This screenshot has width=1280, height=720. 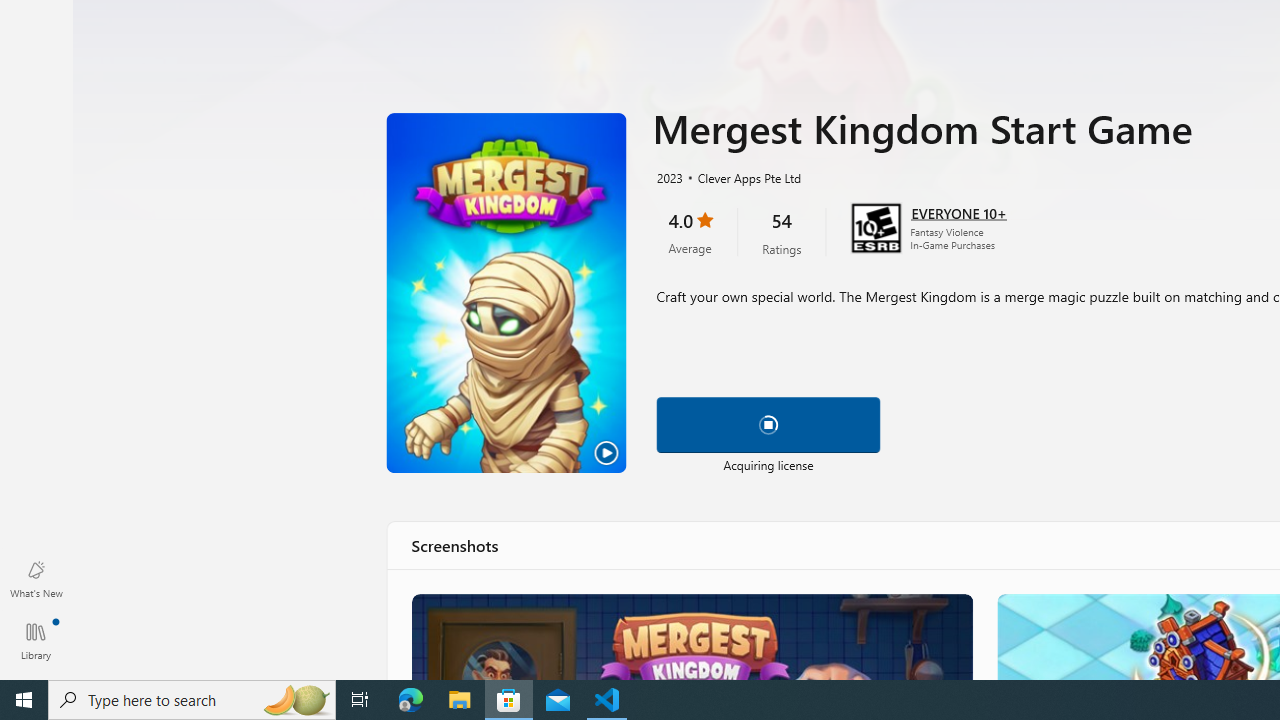 What do you see at coordinates (767, 423) in the screenshot?
I see `'Pause download'` at bounding box center [767, 423].